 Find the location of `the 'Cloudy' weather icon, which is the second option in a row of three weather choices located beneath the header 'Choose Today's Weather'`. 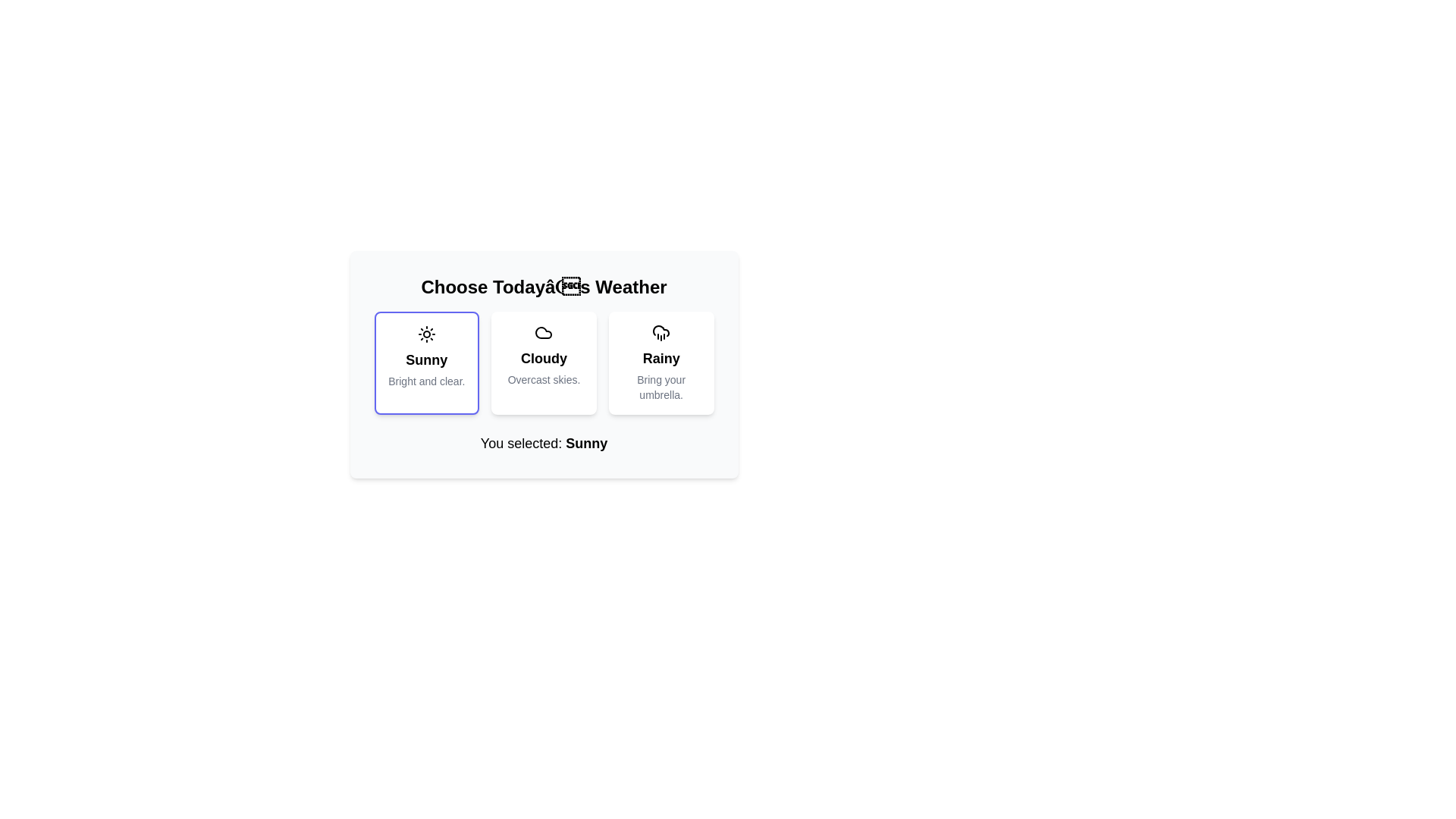

the 'Cloudy' weather icon, which is the second option in a row of three weather choices located beneath the header 'Choose Today's Weather' is located at coordinates (544, 332).